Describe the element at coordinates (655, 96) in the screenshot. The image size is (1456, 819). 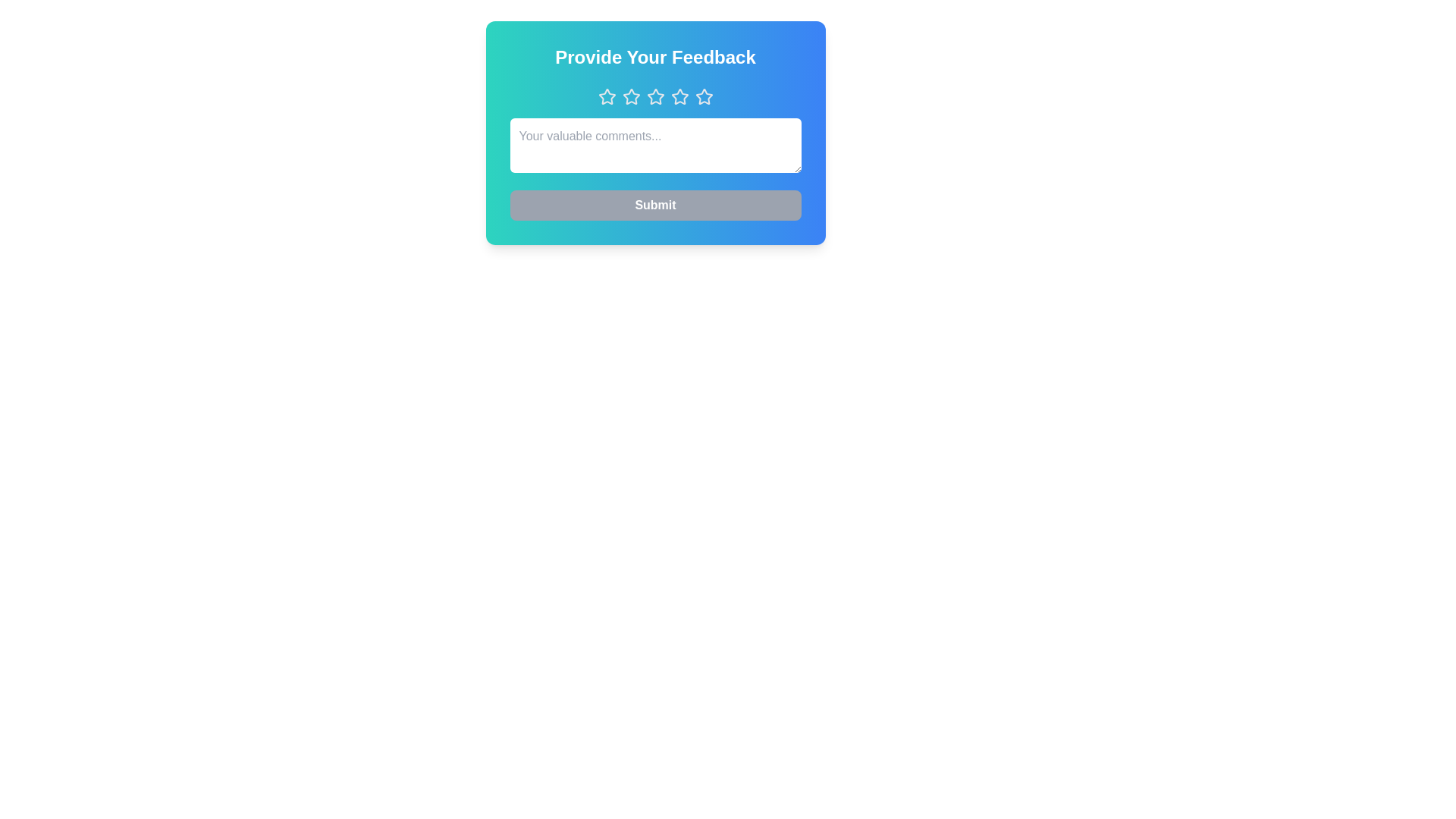
I see `the star button corresponding to the desired rating 3` at that location.